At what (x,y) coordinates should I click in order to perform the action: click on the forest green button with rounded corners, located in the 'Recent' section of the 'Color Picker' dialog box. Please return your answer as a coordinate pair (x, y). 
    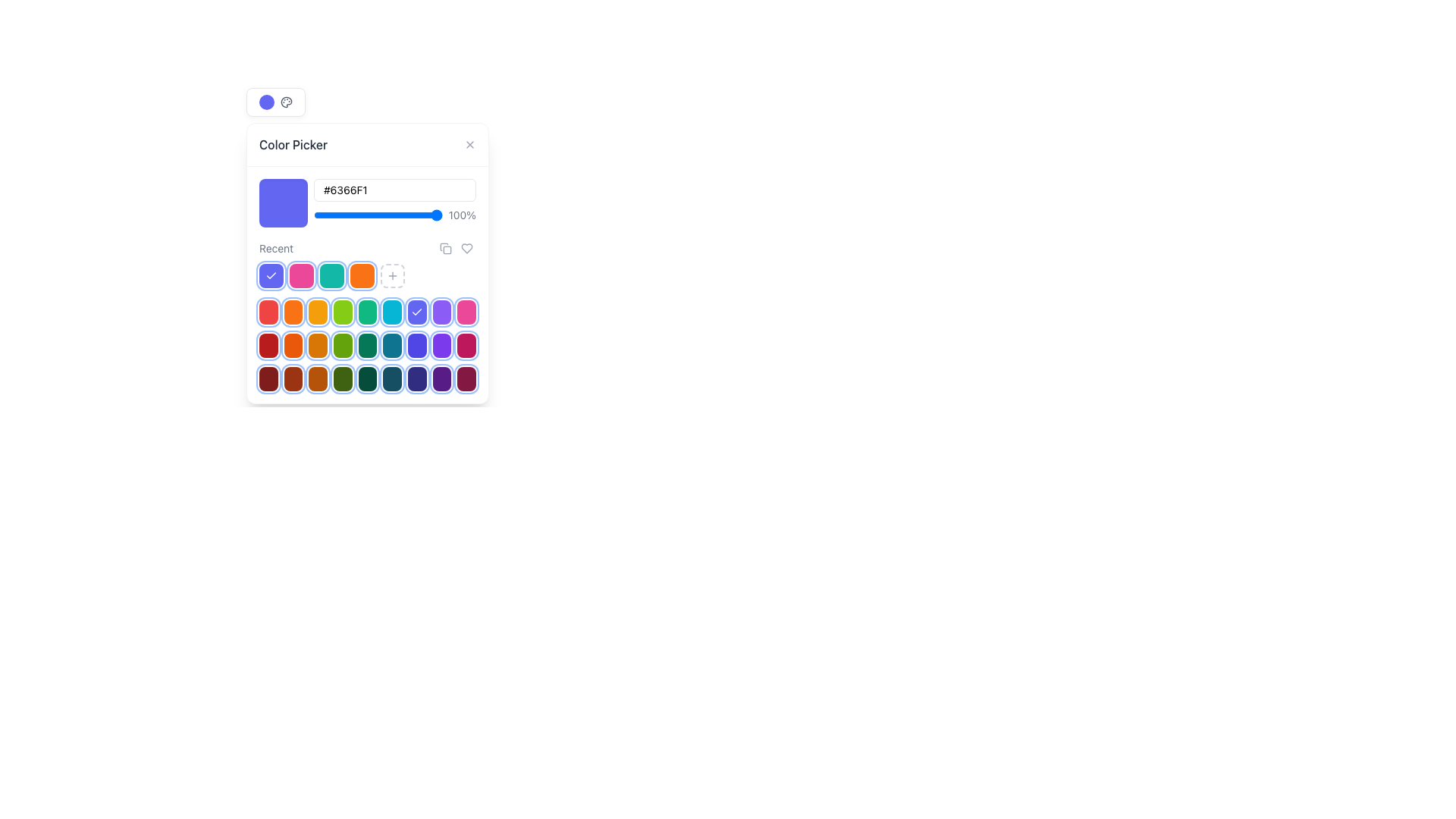
    Looking at the image, I should click on (367, 378).